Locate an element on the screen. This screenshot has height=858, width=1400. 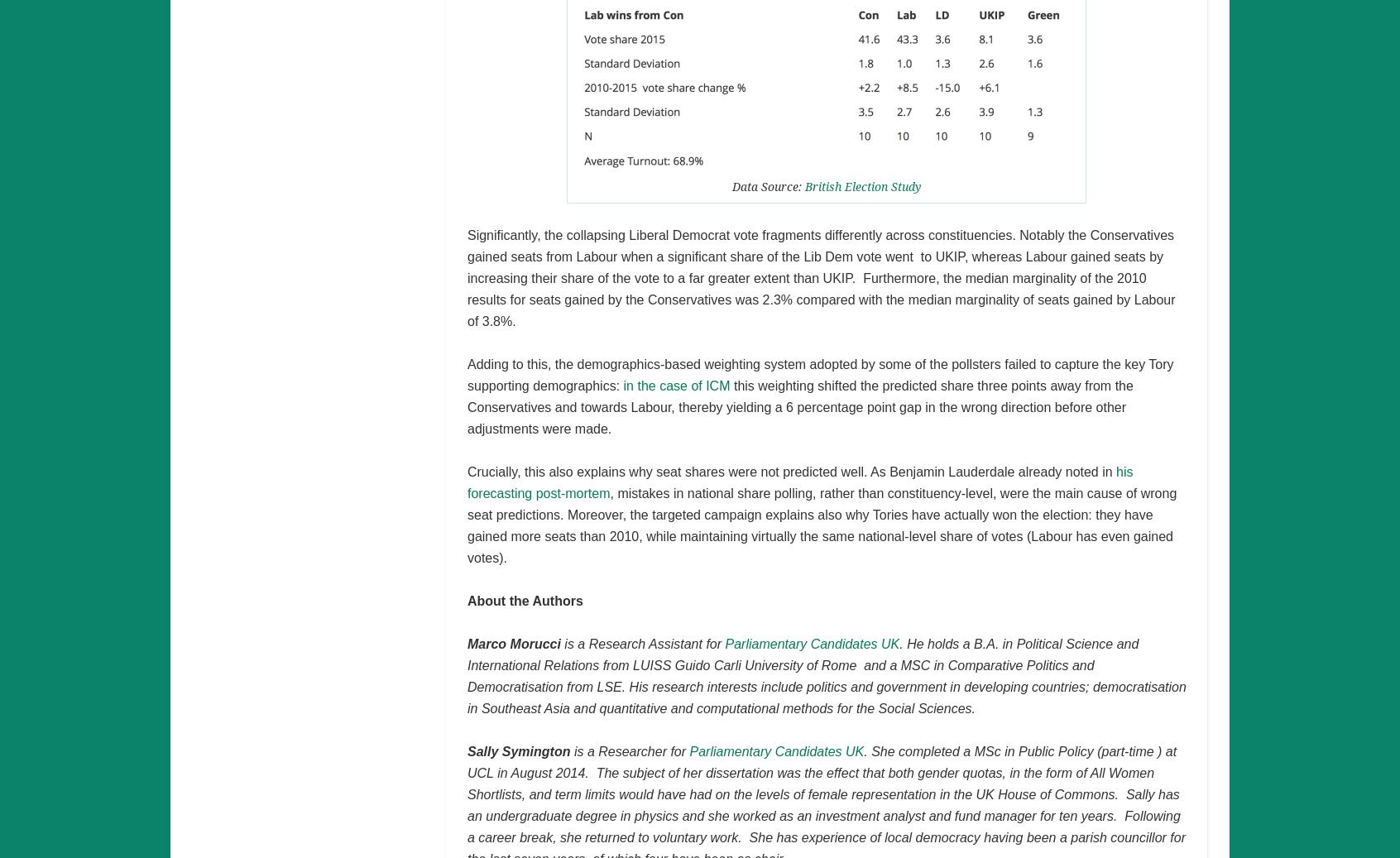
'Marco Morucci' is located at coordinates (512, 643).